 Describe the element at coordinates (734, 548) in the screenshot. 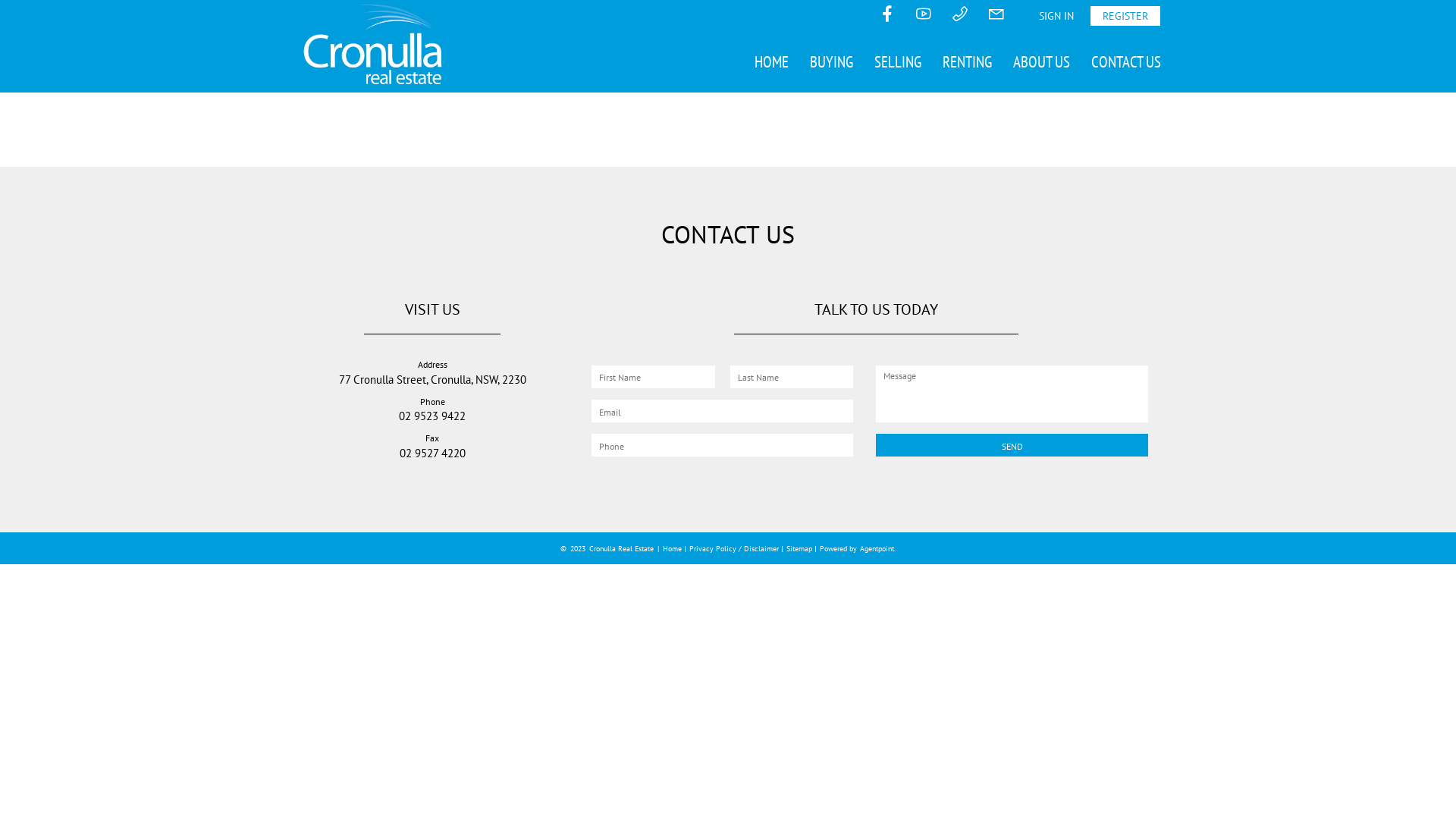

I see `'Privacy Policy / Disclaimer'` at that location.